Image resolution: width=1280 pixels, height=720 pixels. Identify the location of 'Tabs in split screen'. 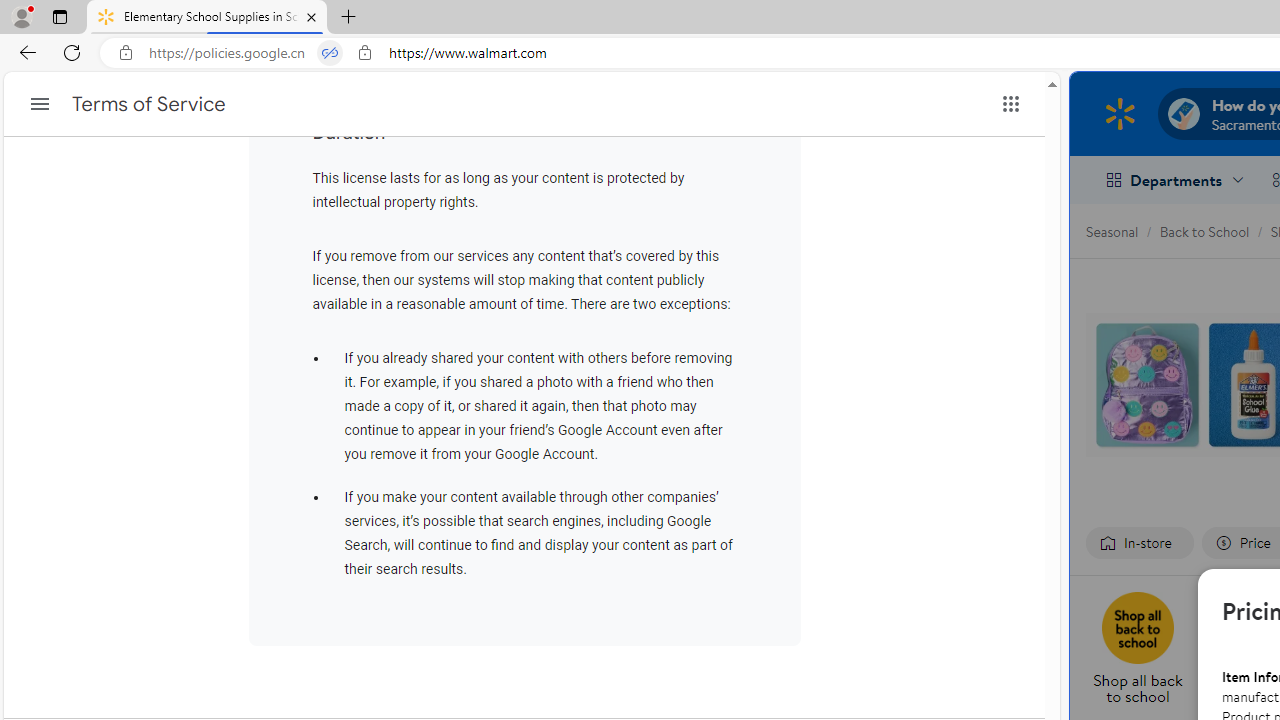
(330, 52).